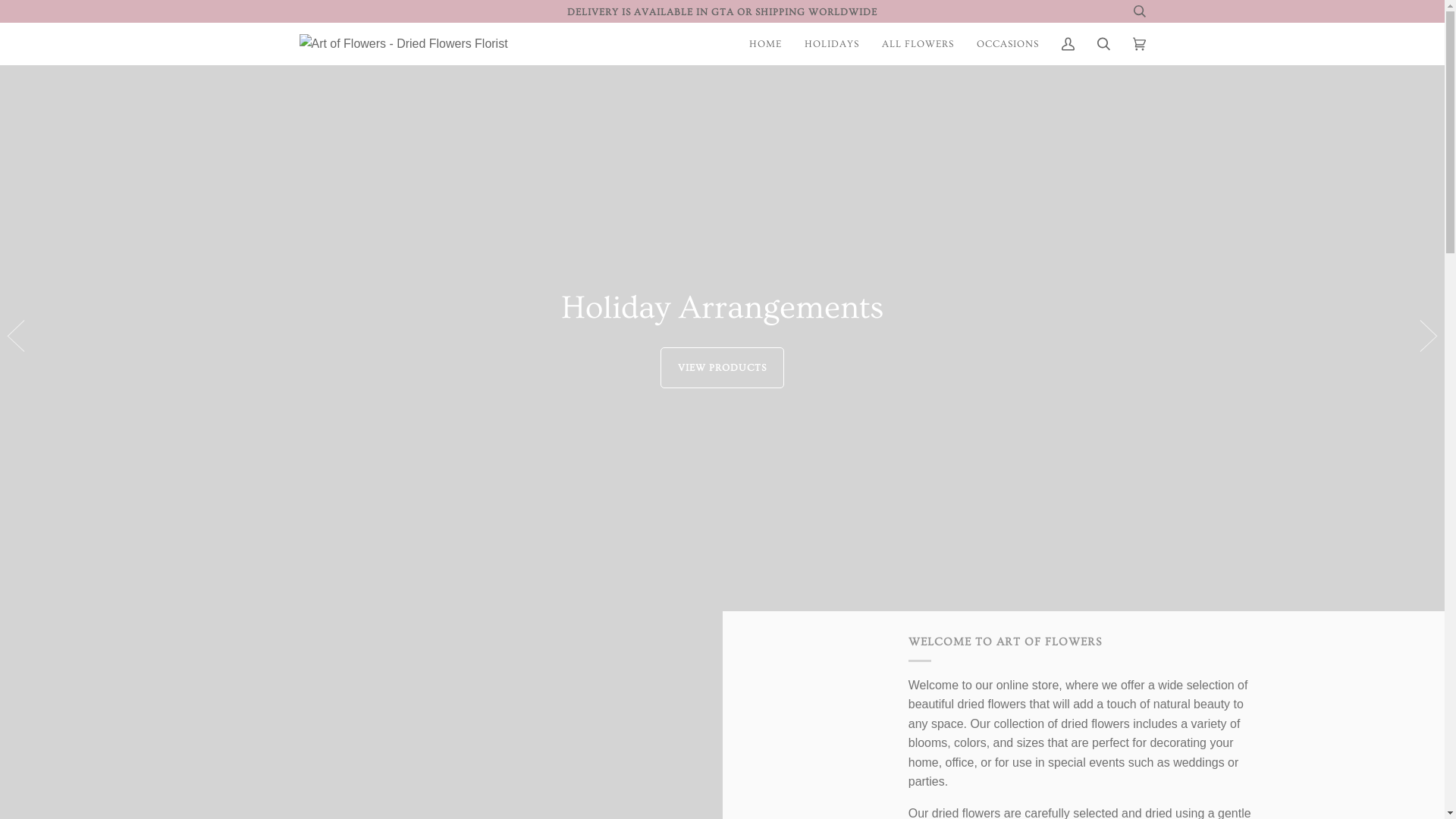  I want to click on 'ALL FLOWERS', so click(870, 42).